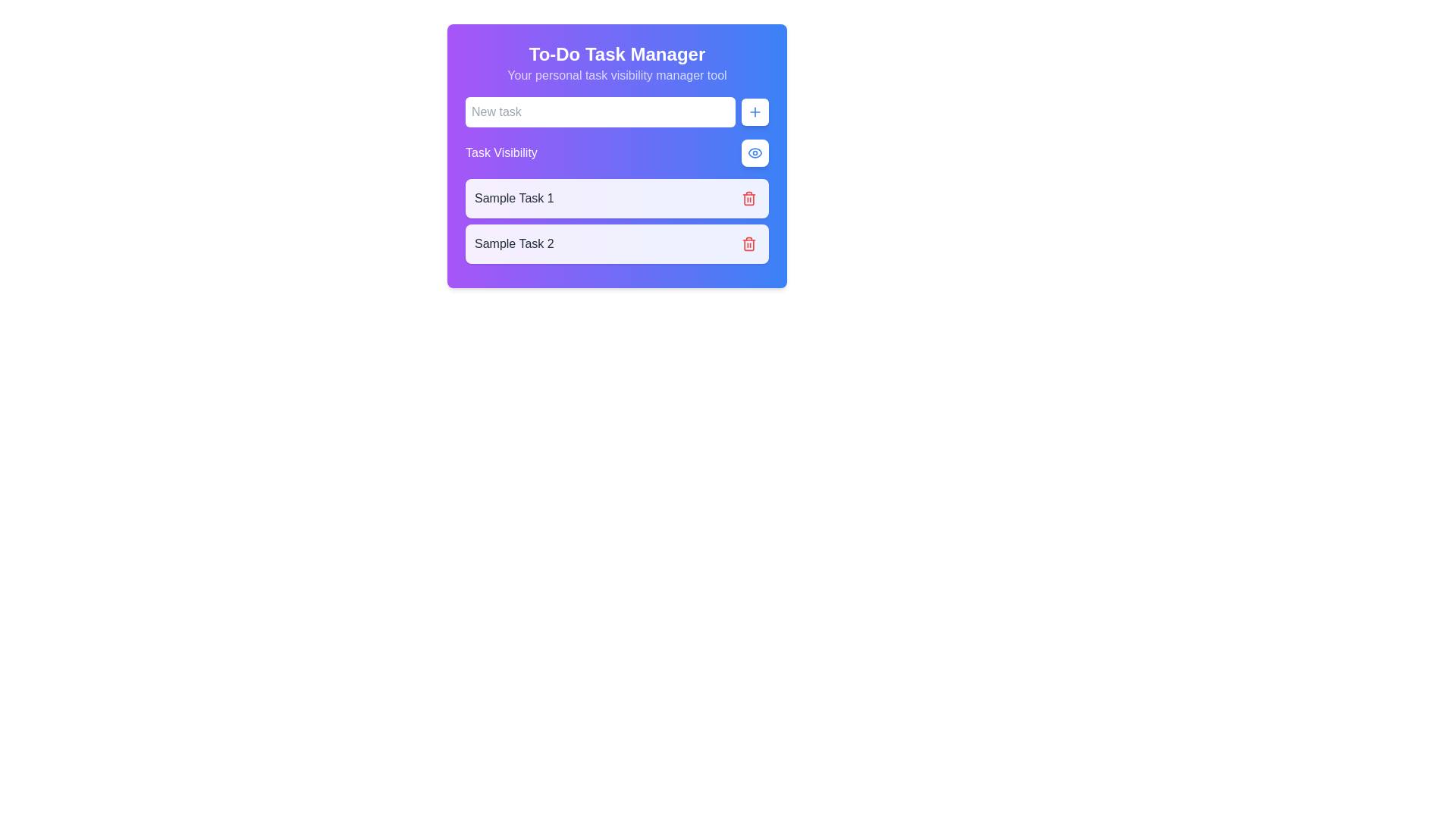  I want to click on the delete icon for the task labeled 'Sample Task 2', which is located on the far right of its row in the task manager interface, so click(749, 244).